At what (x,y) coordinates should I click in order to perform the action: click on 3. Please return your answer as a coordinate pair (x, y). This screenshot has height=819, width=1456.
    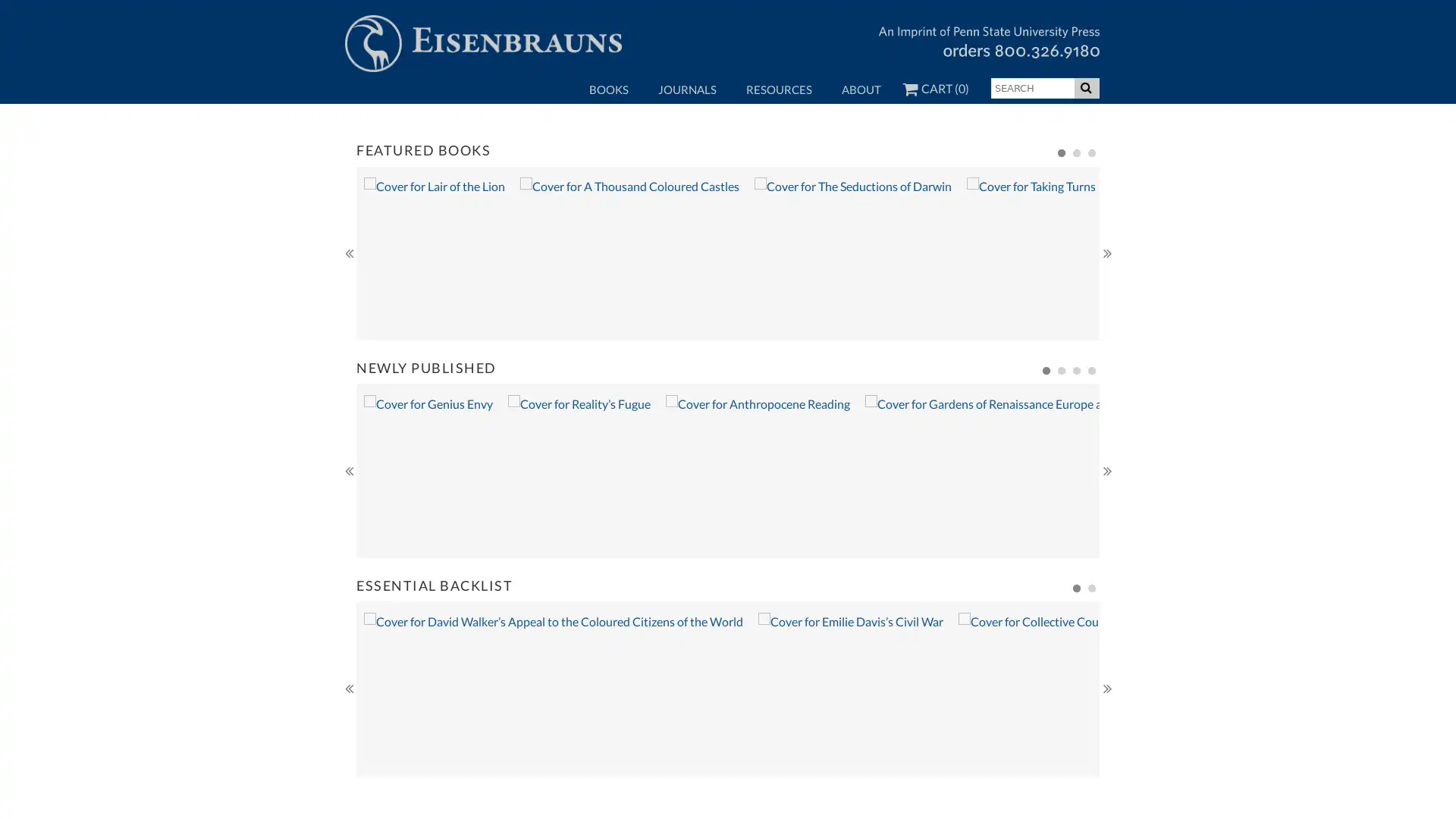
    Looking at the image, I should click on (1076, 371).